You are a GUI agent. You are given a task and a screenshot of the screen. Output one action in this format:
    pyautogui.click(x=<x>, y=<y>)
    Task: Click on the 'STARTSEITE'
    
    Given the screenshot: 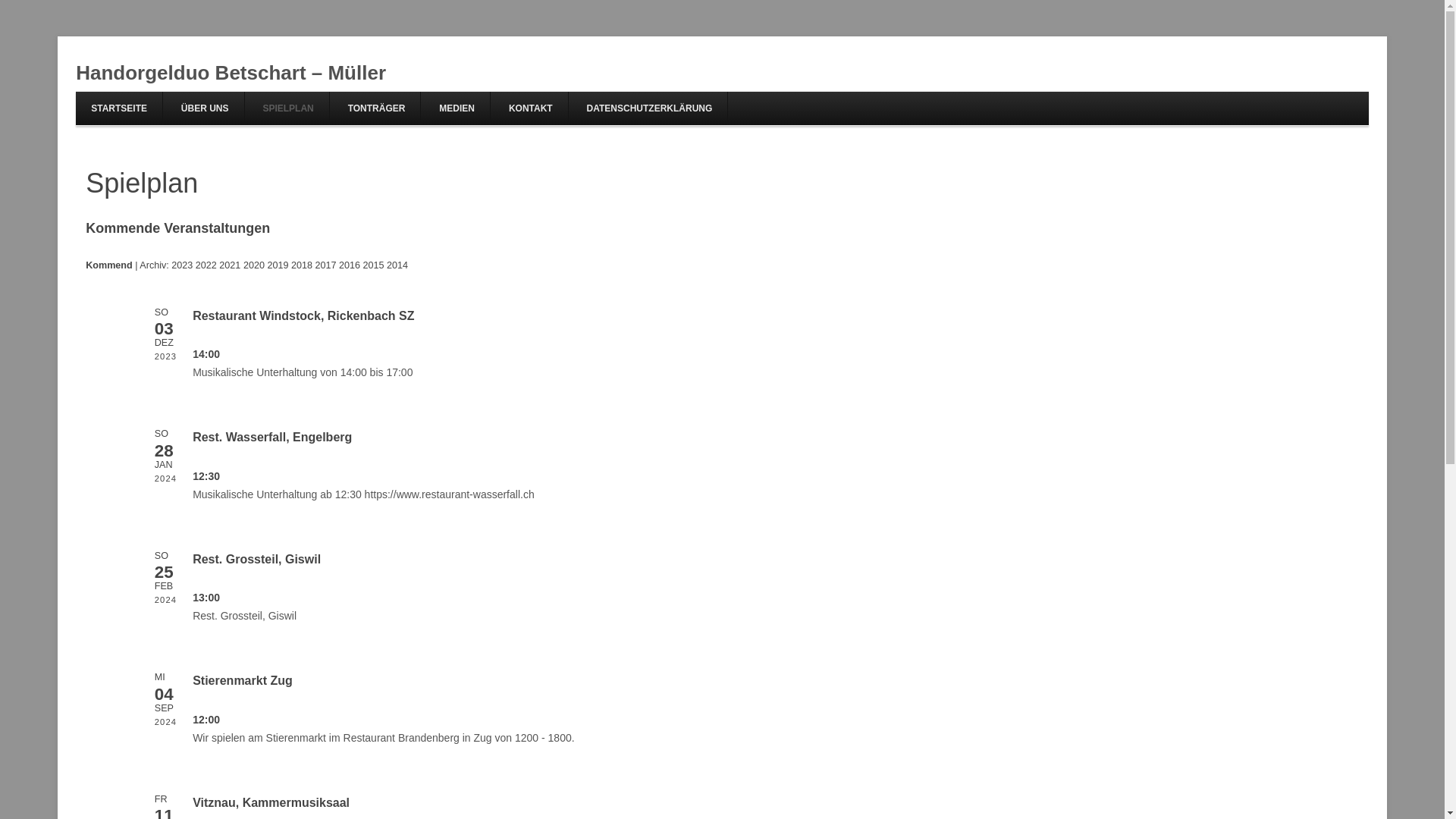 What is the action you would take?
    pyautogui.click(x=118, y=107)
    